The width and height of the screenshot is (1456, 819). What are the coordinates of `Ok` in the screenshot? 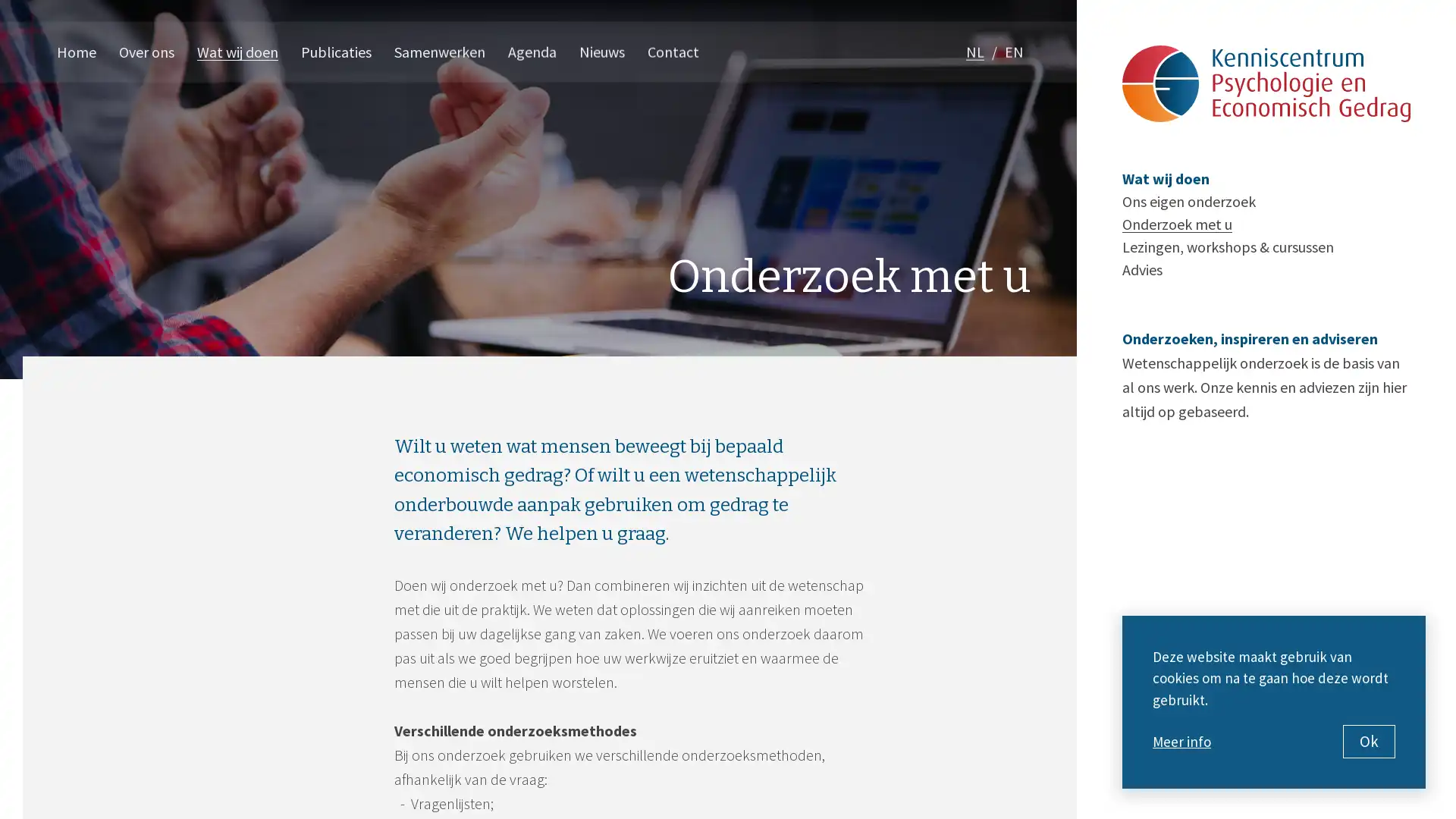 It's located at (1369, 741).